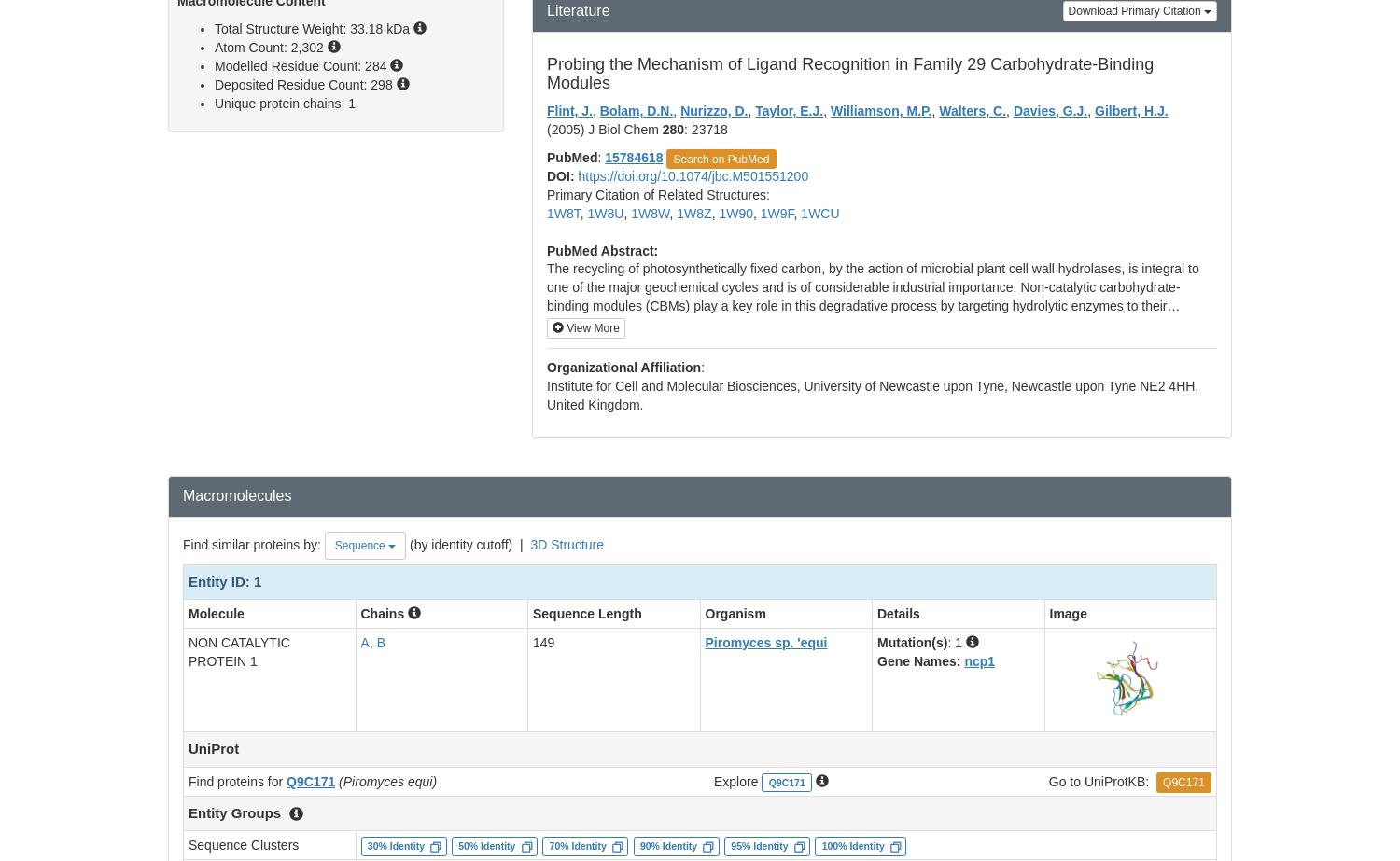 The width and height of the screenshot is (1400, 861). What do you see at coordinates (244, 844) in the screenshot?
I see `'Sequence Clusters'` at bounding box center [244, 844].